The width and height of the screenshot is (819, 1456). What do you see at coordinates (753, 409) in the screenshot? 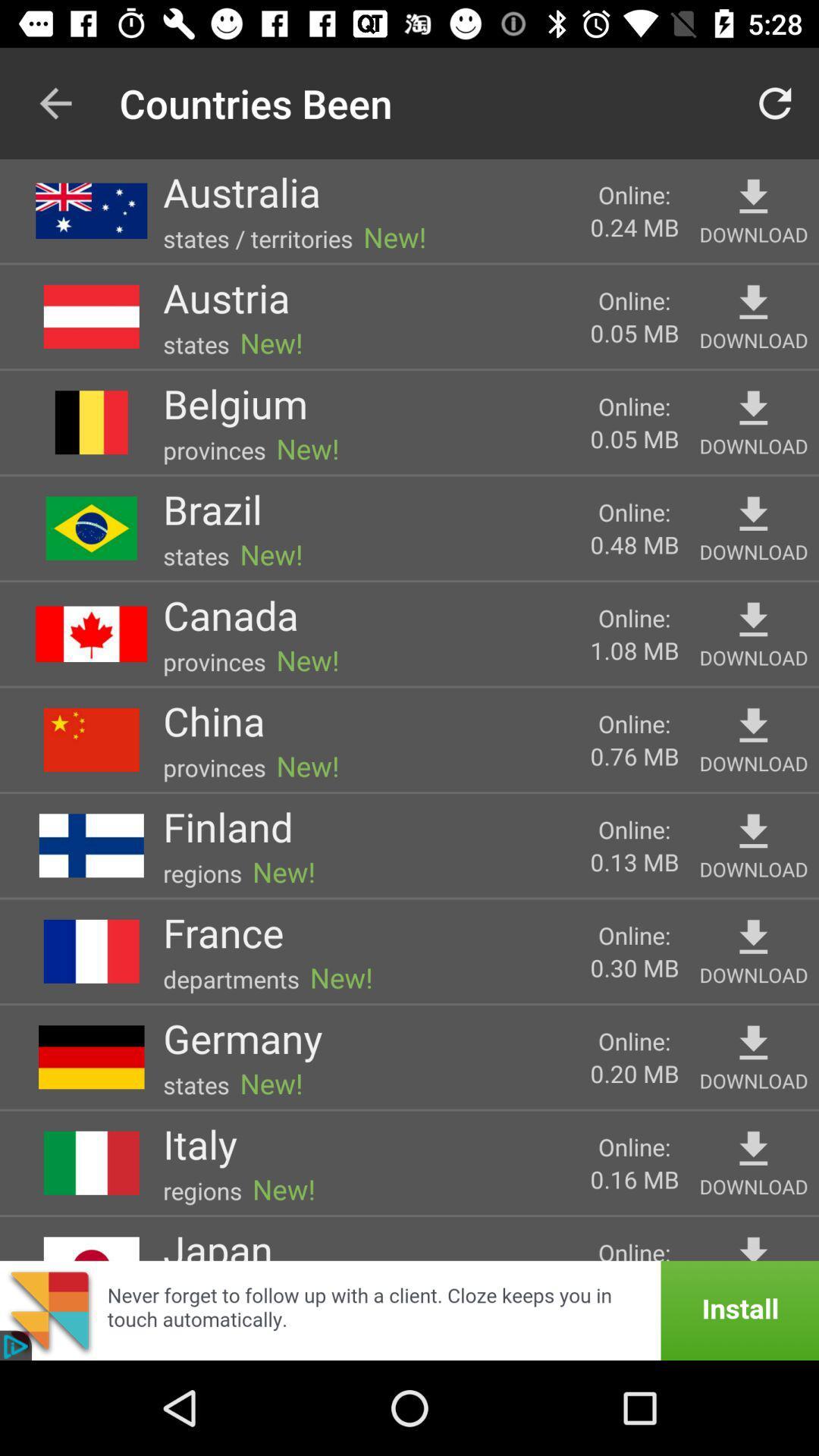
I see `download button` at bounding box center [753, 409].